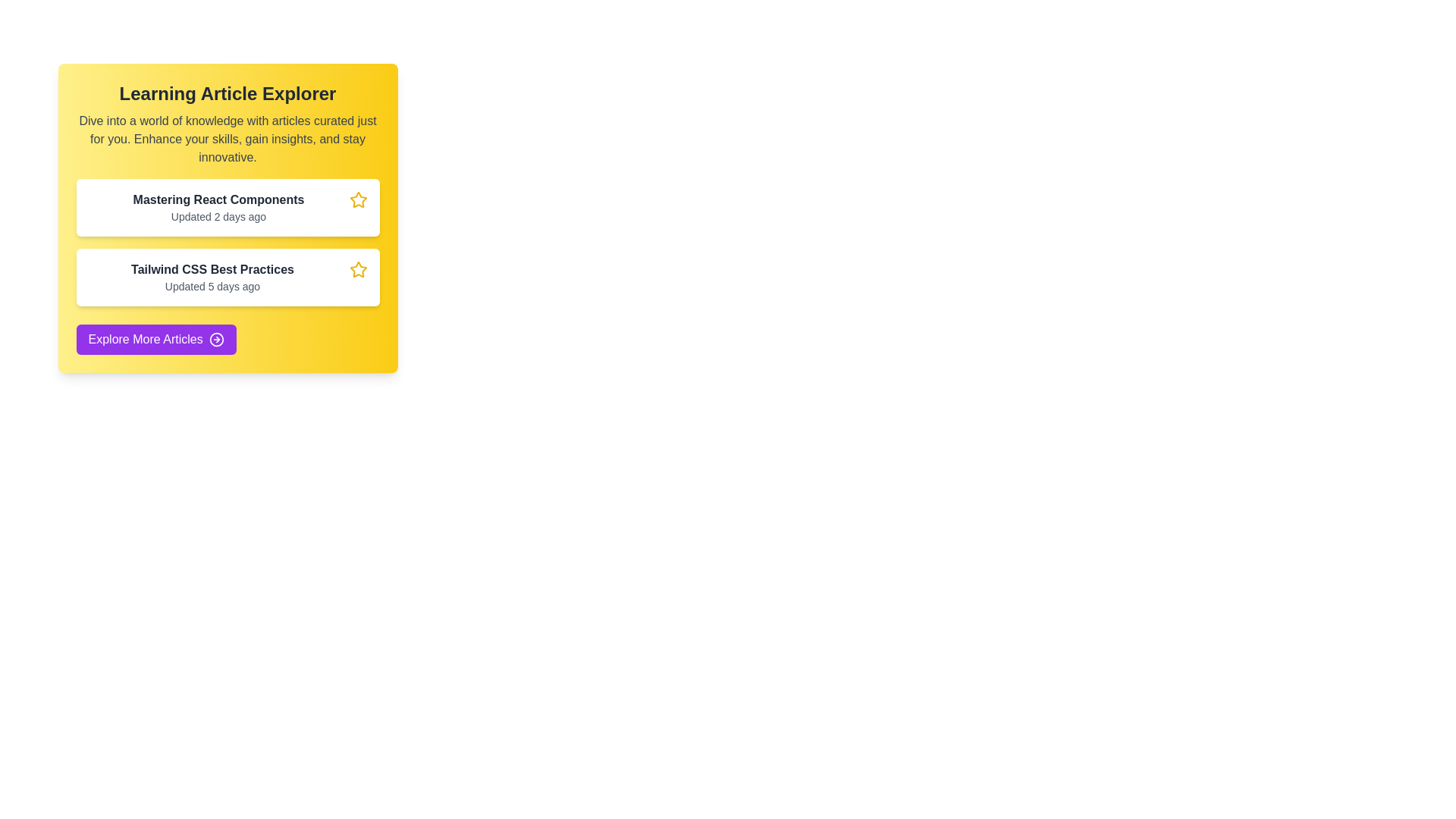 The width and height of the screenshot is (1456, 819). I want to click on the button containing the right arrow icon inside a circle, which serves as a navigation cue within the card layout, so click(215, 338).